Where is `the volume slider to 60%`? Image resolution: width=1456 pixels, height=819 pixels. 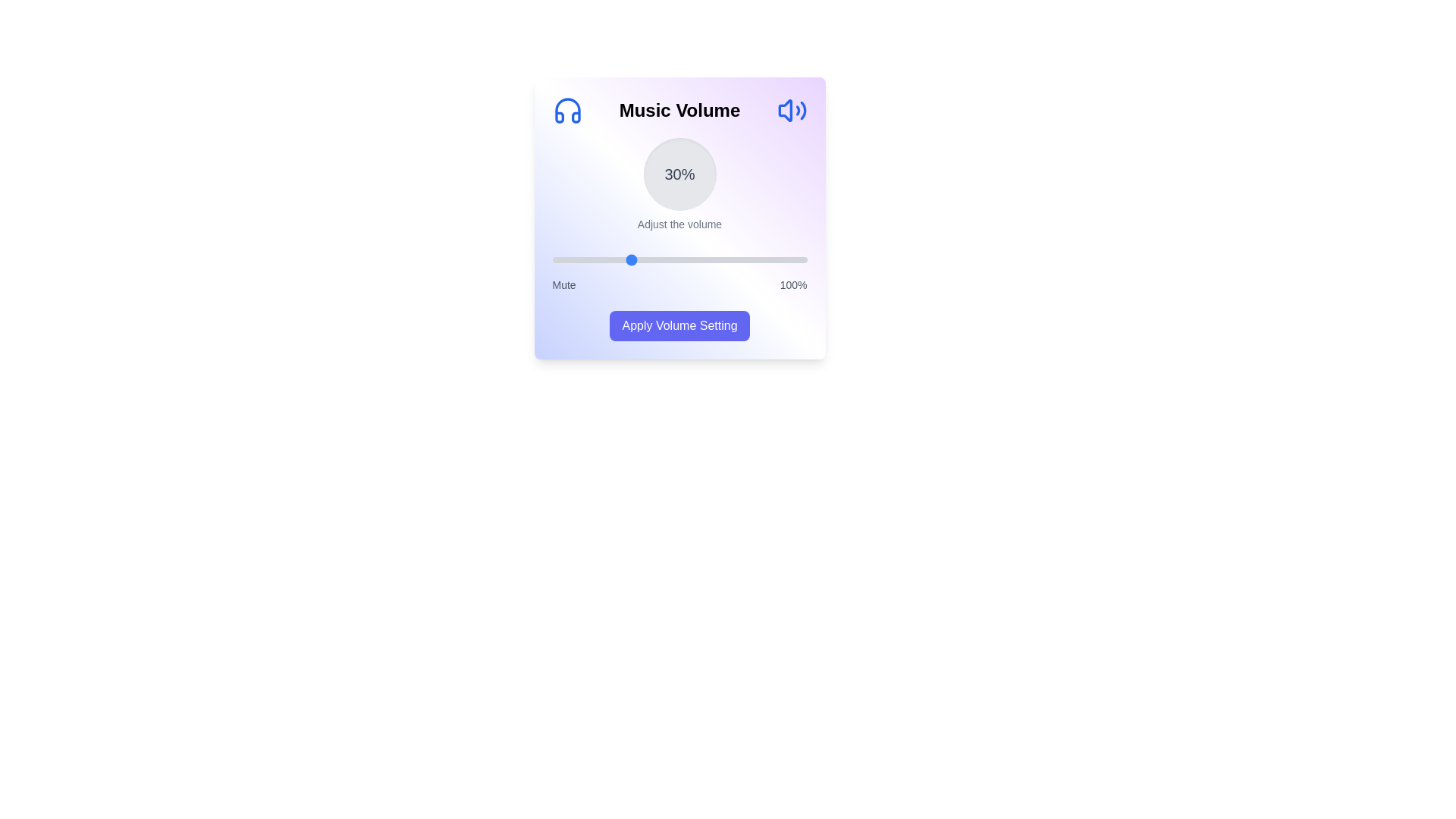 the volume slider to 60% is located at coordinates (704, 259).